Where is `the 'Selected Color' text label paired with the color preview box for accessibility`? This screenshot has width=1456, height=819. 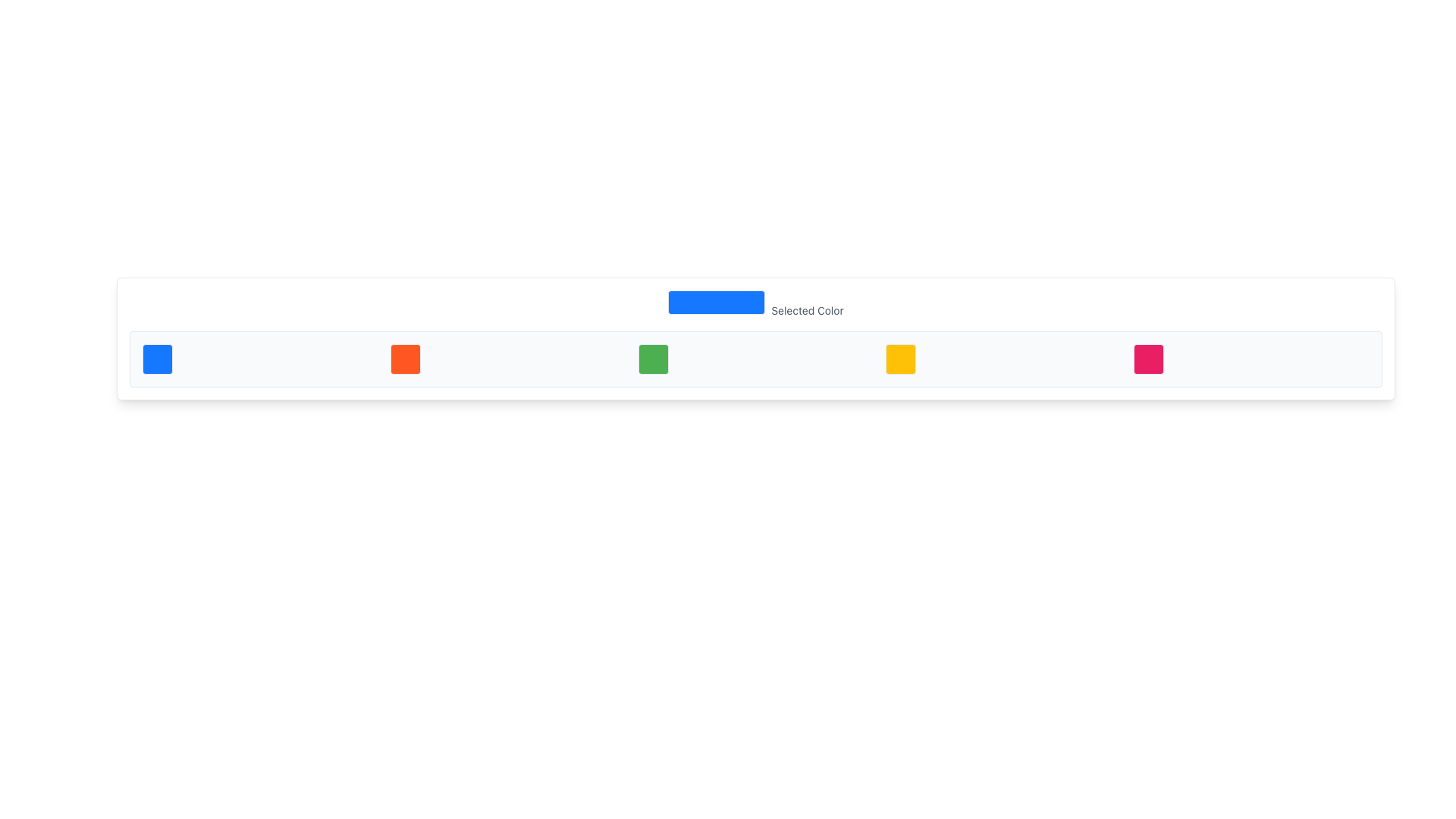 the 'Selected Color' text label paired with the color preview box for accessibility is located at coordinates (756, 304).